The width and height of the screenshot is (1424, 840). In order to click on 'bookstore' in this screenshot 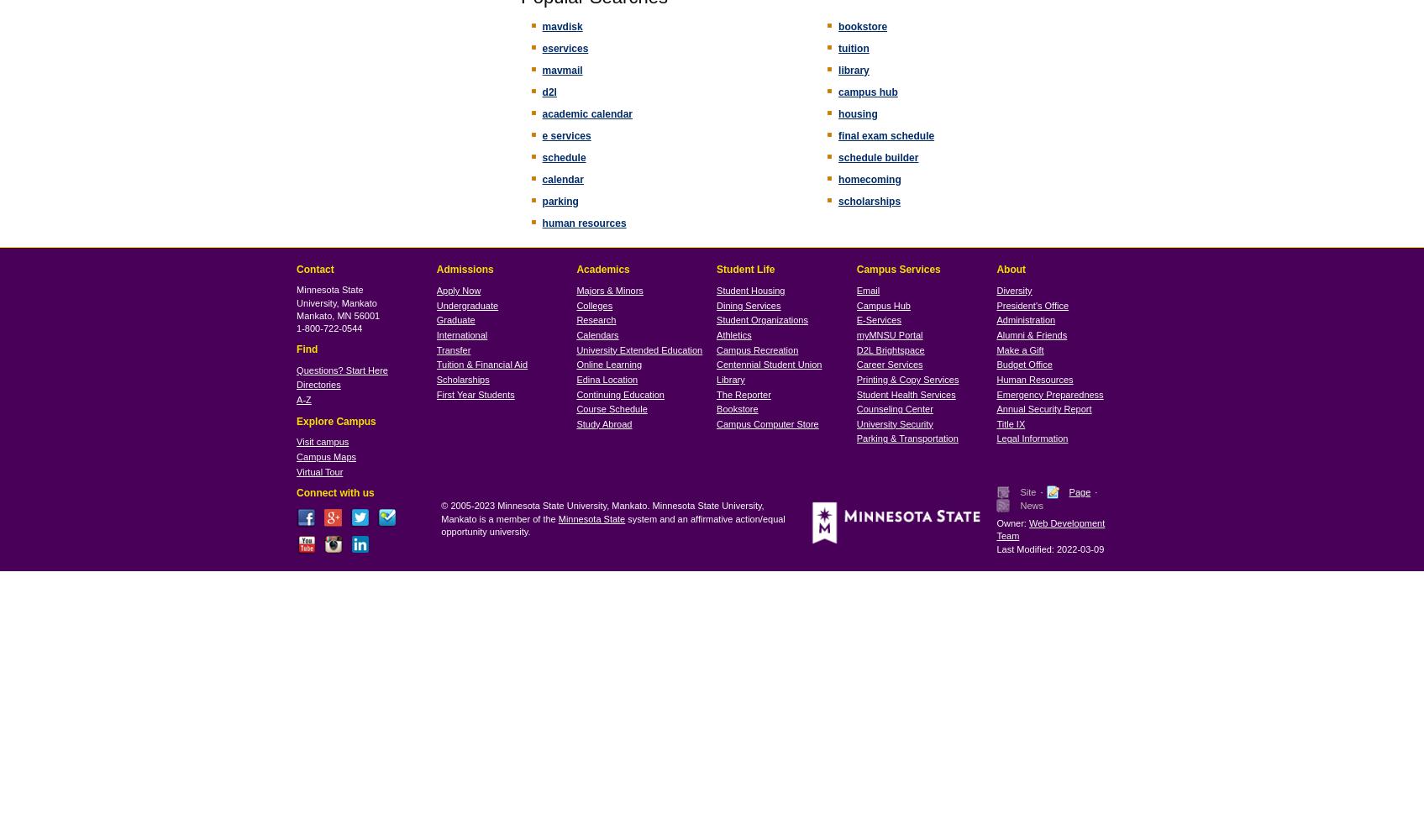, I will do `click(862, 26)`.